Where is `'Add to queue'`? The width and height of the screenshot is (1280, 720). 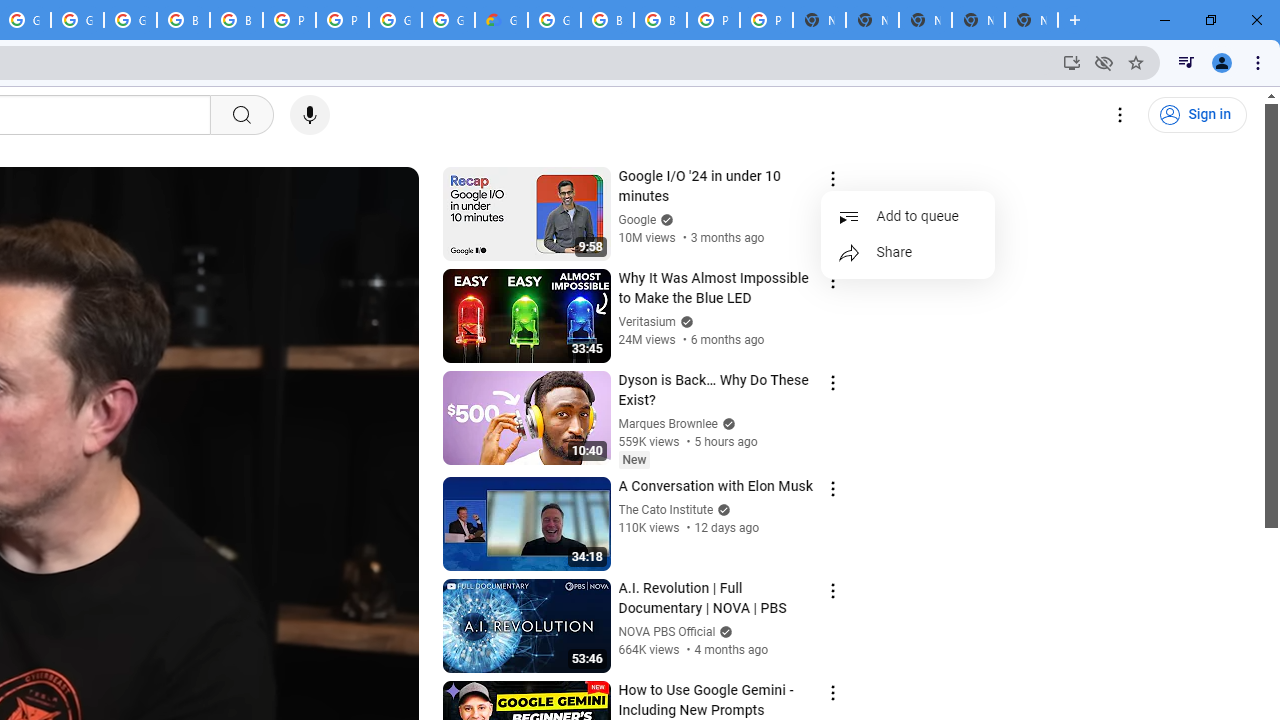 'Add to queue' is located at coordinates (907, 216).